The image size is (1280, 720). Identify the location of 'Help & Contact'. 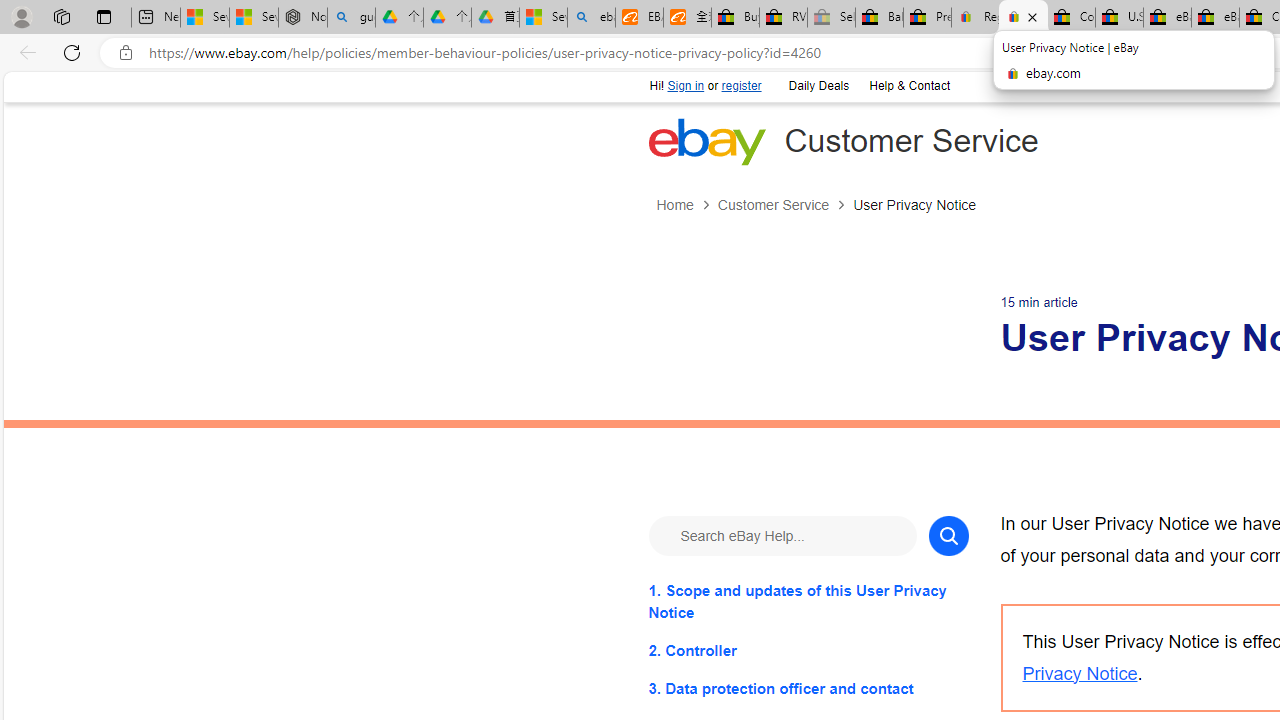
(907, 83).